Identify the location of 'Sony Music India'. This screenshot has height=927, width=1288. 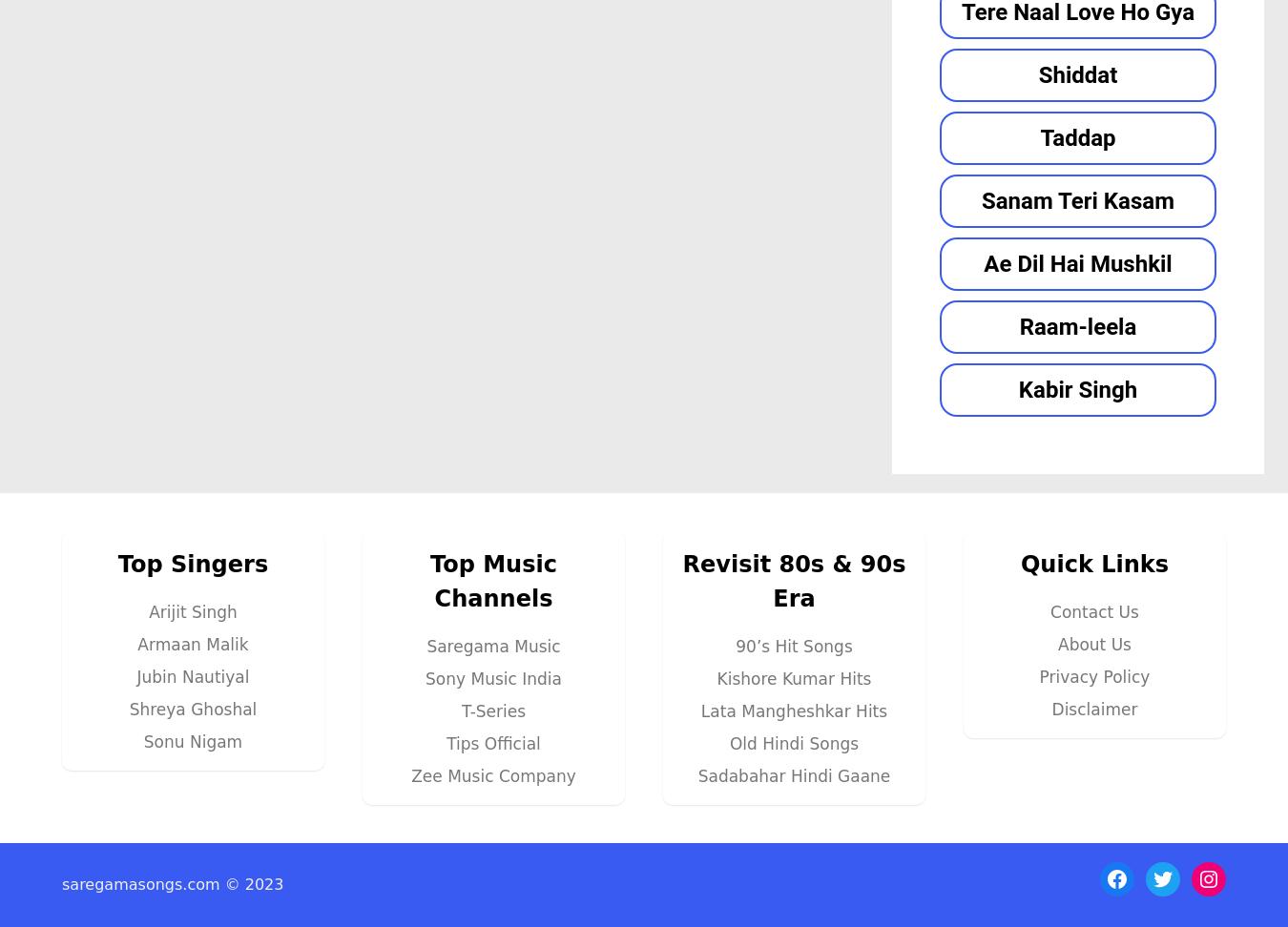
(492, 677).